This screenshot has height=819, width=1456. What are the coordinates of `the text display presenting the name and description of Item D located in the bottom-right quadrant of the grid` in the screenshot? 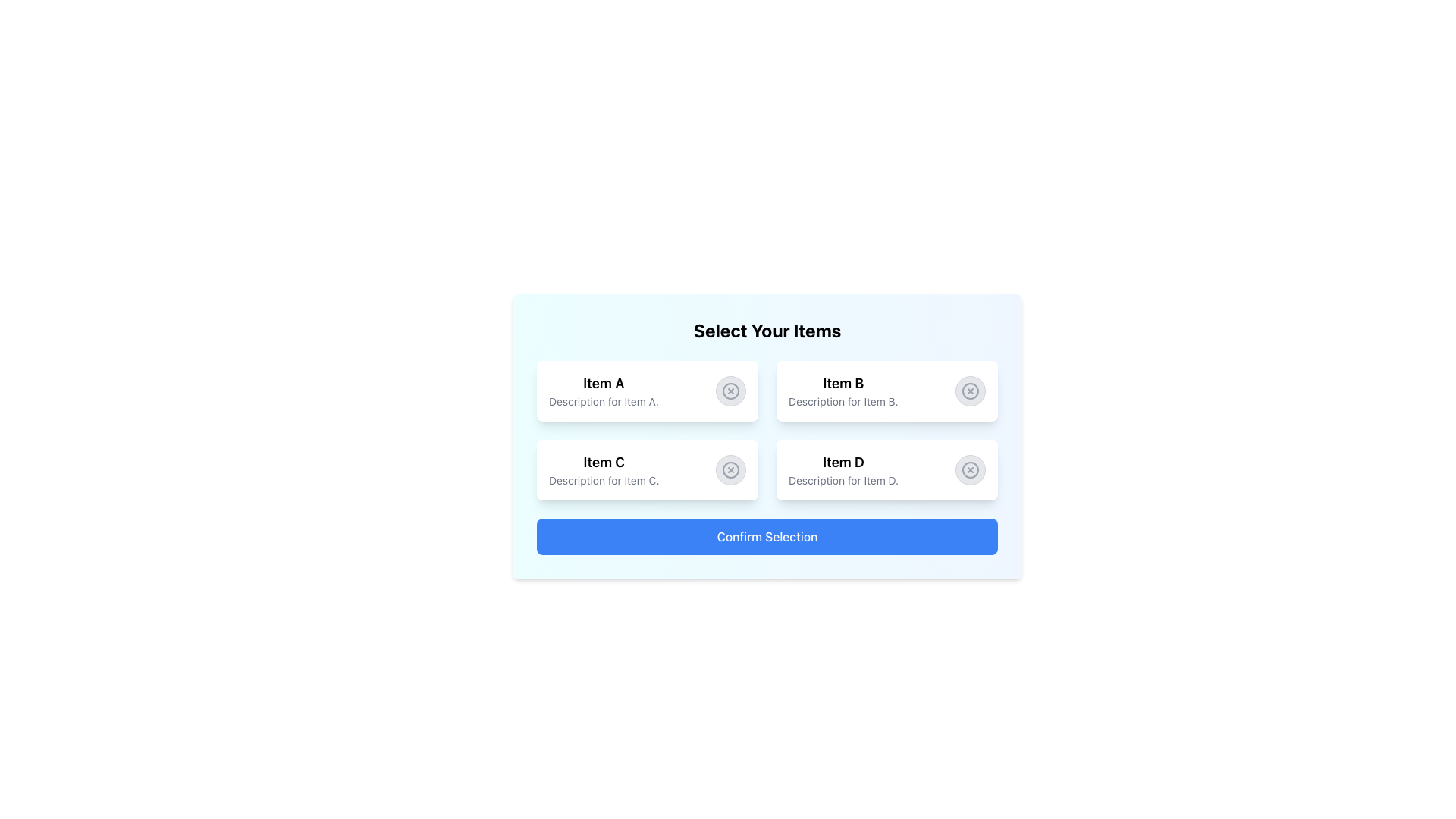 It's located at (843, 469).